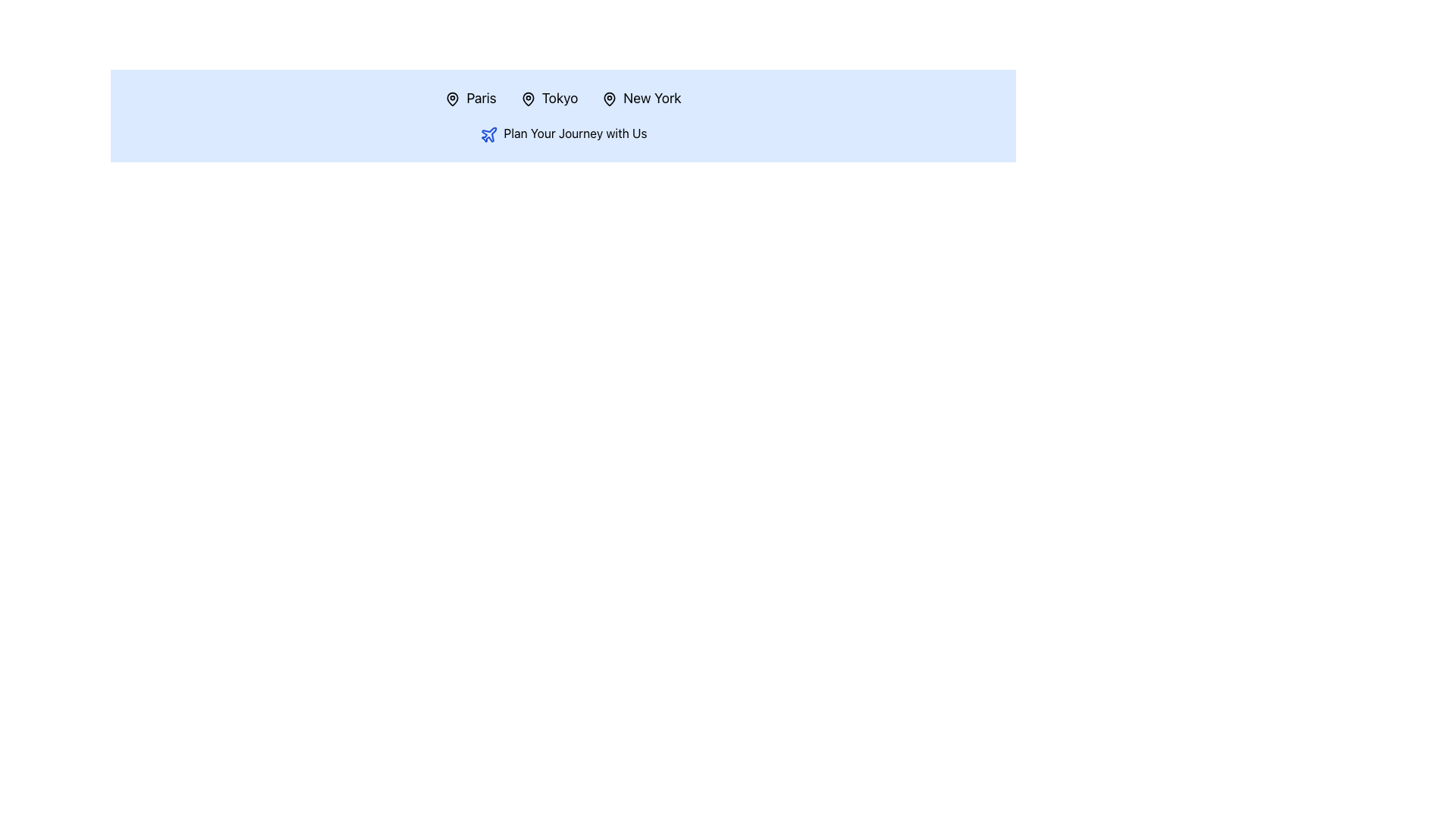 The height and width of the screenshot is (819, 1456). What do you see at coordinates (528, 99) in the screenshot?
I see `the map pin icon which is teardrop-shaped with a circular cutout, located near the top center of the interface, slightly to the right of the text 'Tokyo'` at bounding box center [528, 99].